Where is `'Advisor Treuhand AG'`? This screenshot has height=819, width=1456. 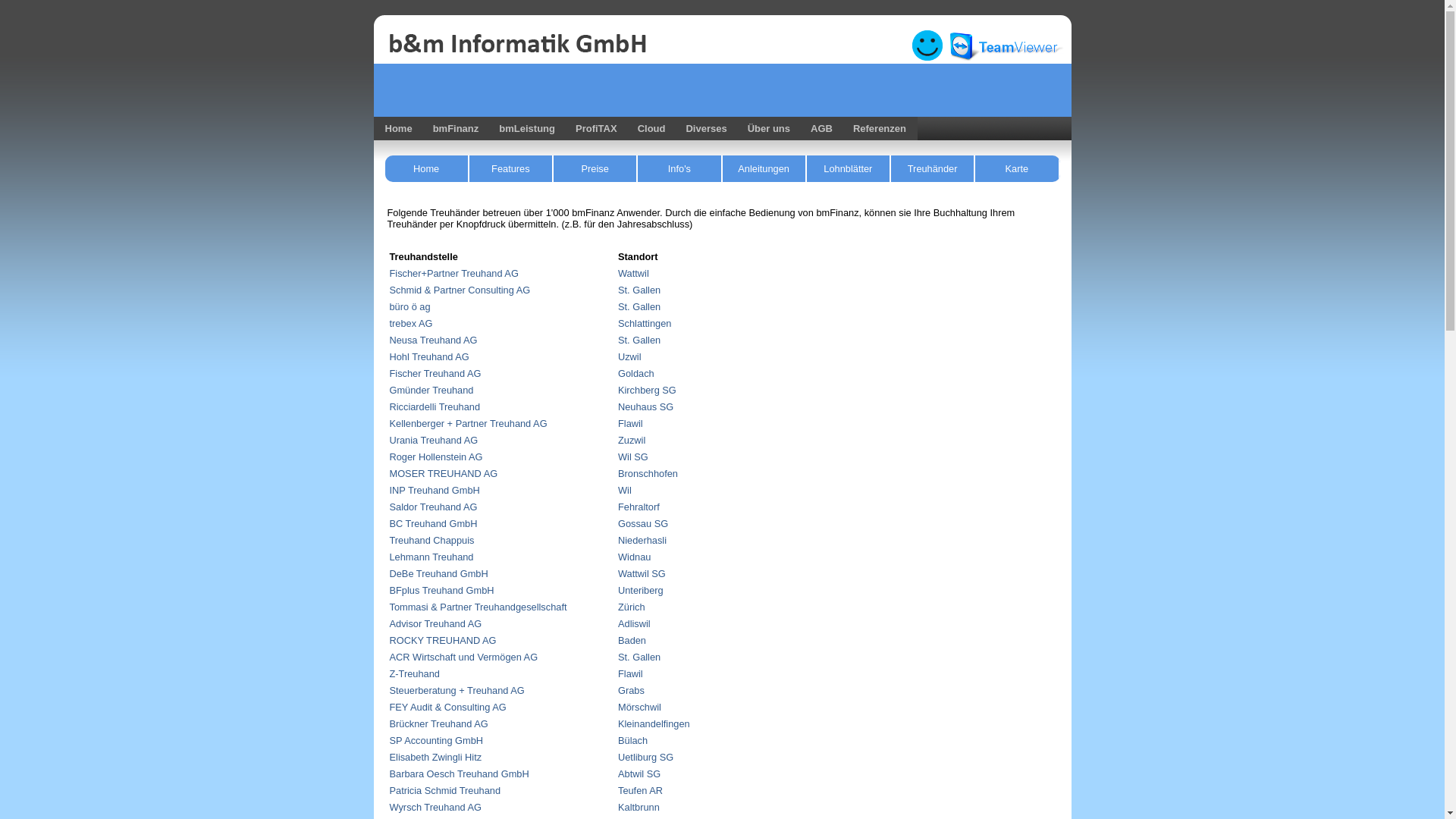 'Advisor Treuhand AG' is located at coordinates (435, 623).